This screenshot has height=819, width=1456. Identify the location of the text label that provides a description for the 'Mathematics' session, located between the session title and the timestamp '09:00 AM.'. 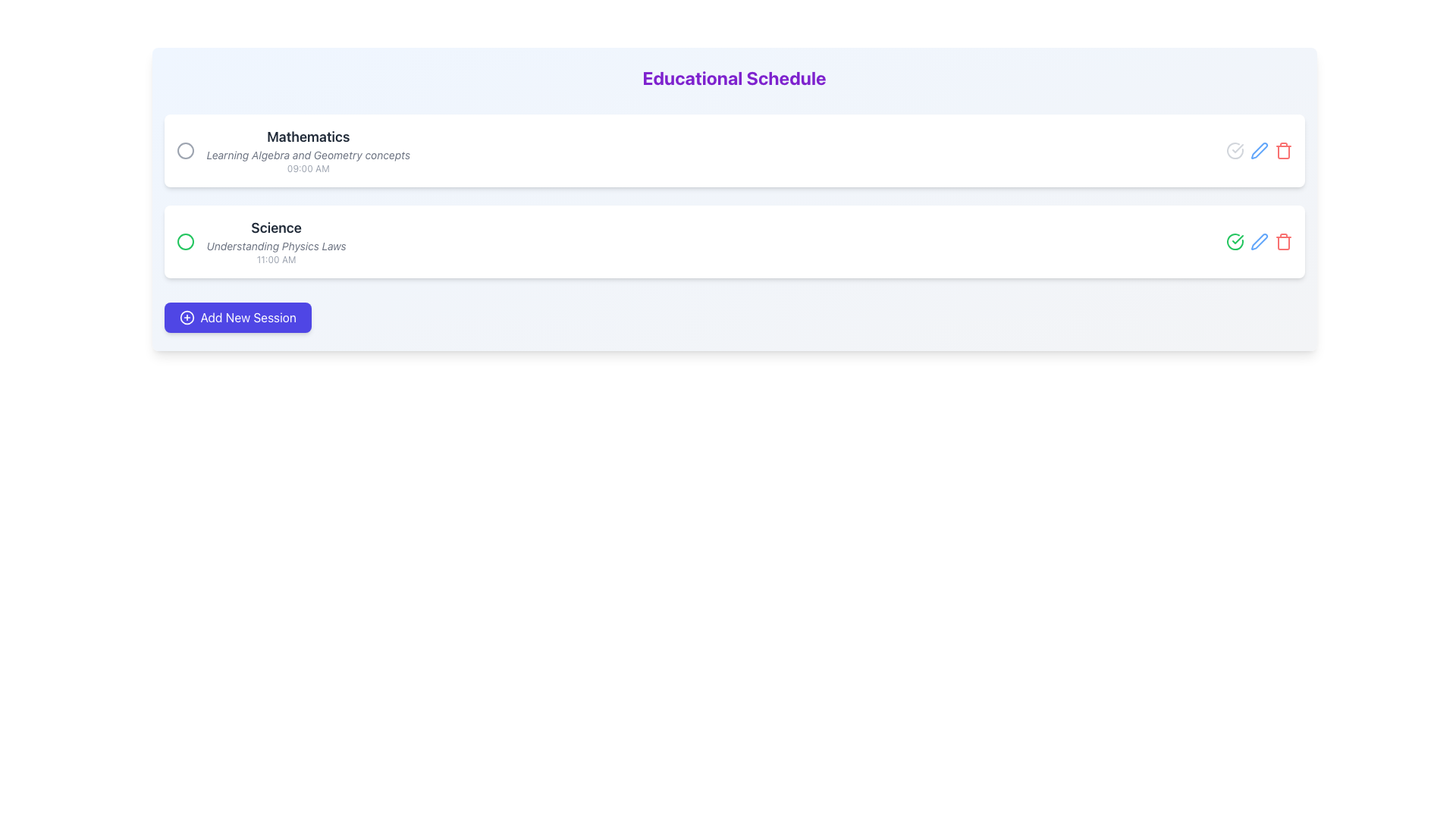
(307, 155).